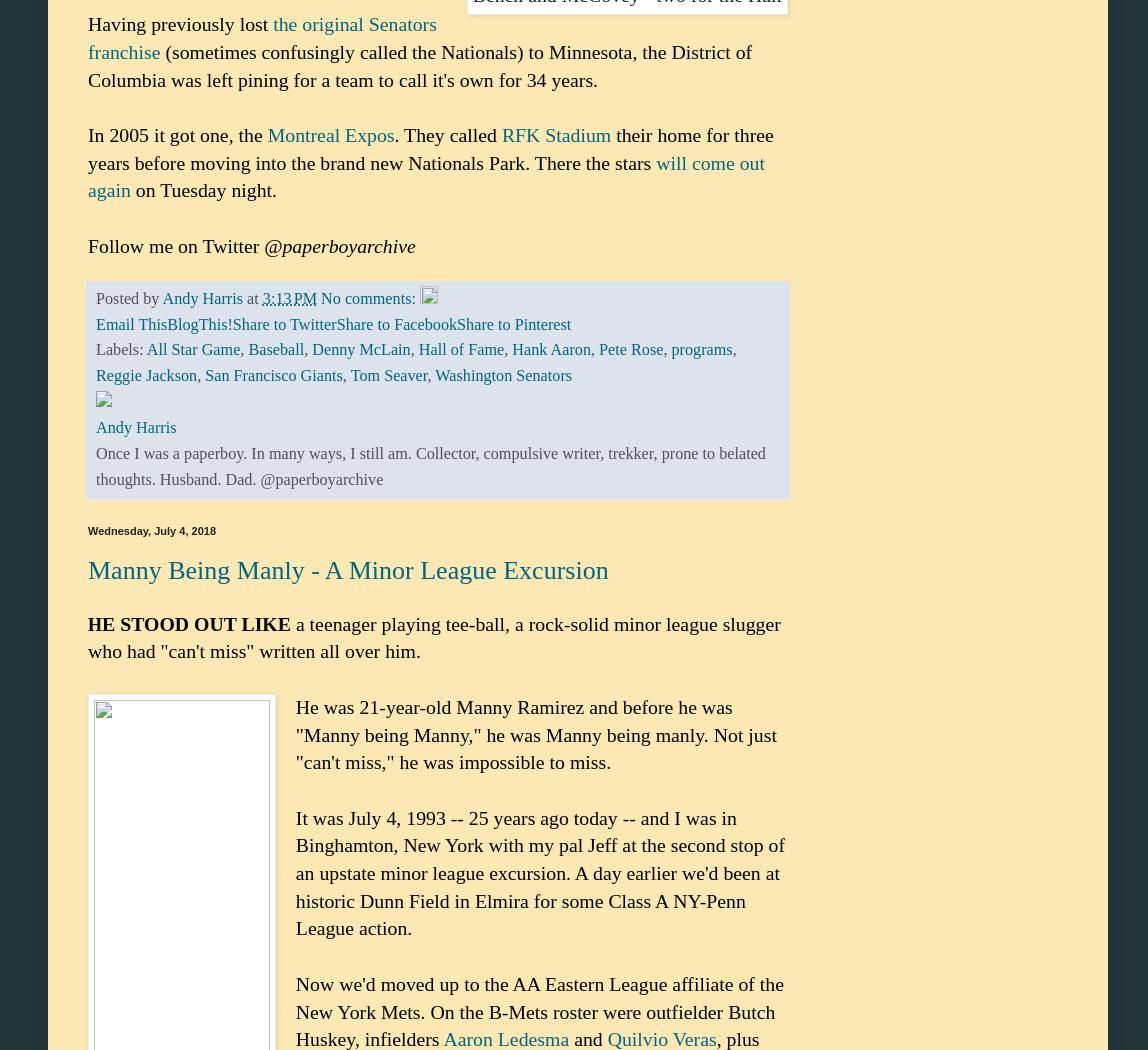 The image size is (1148, 1050). I want to click on 'Denny McLain', so click(312, 348).